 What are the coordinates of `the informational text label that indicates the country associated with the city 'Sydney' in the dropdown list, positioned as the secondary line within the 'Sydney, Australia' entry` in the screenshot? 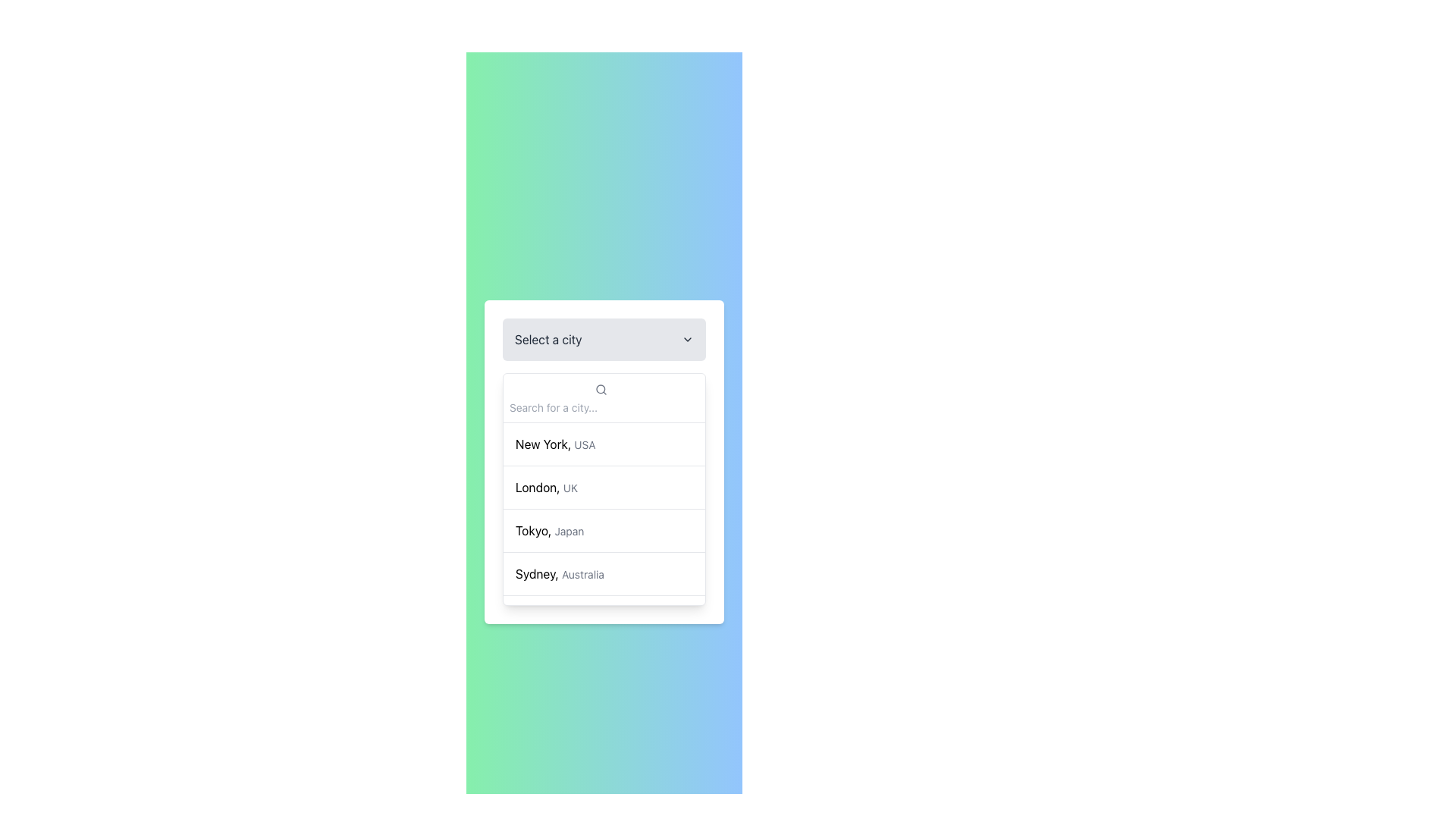 It's located at (582, 573).